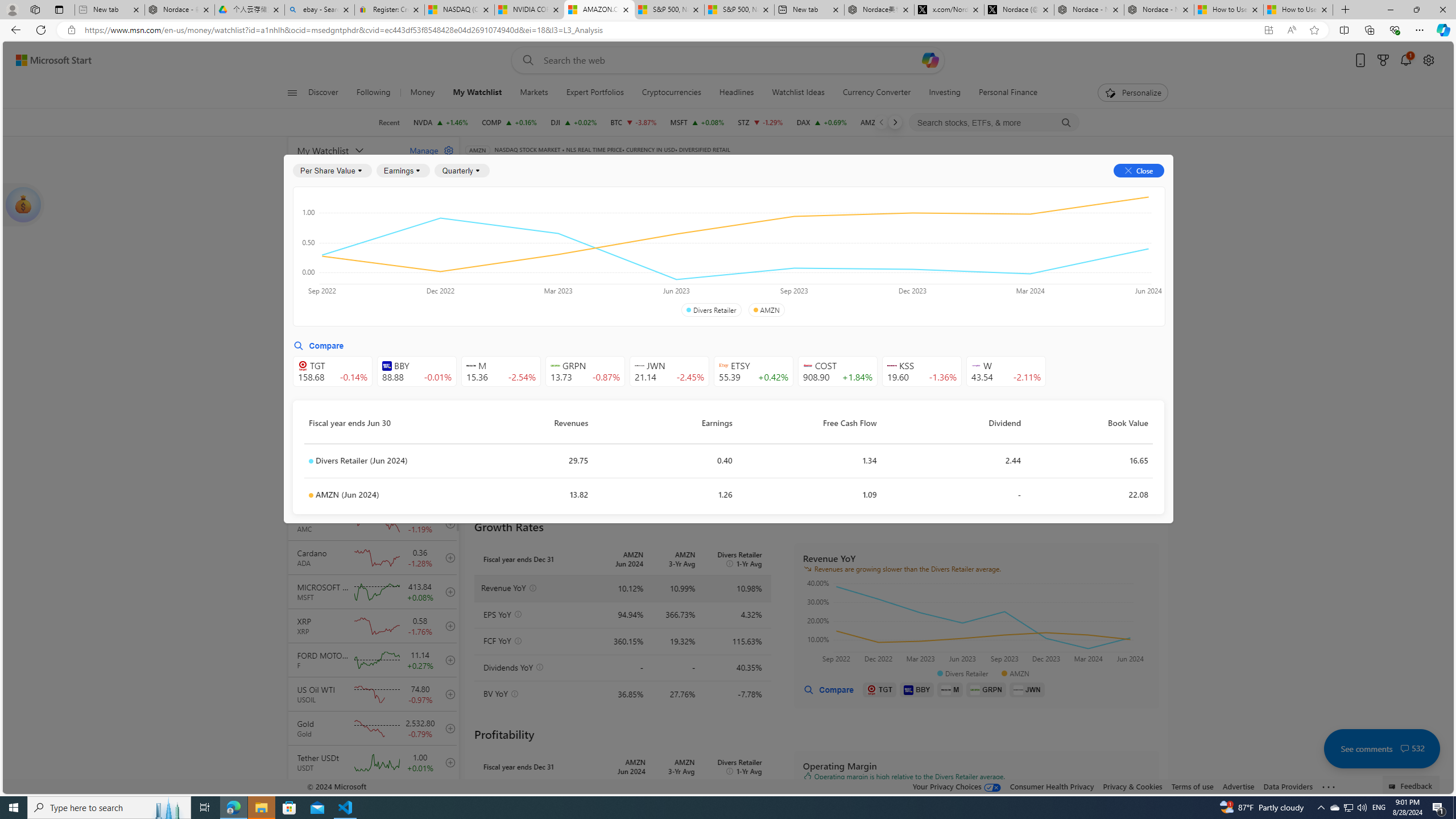 The height and width of the screenshot is (819, 1456). Describe the element at coordinates (573, 122) in the screenshot. I see `'DJI DOW increase 41,250.50 +9.98 +0.02%'` at that location.